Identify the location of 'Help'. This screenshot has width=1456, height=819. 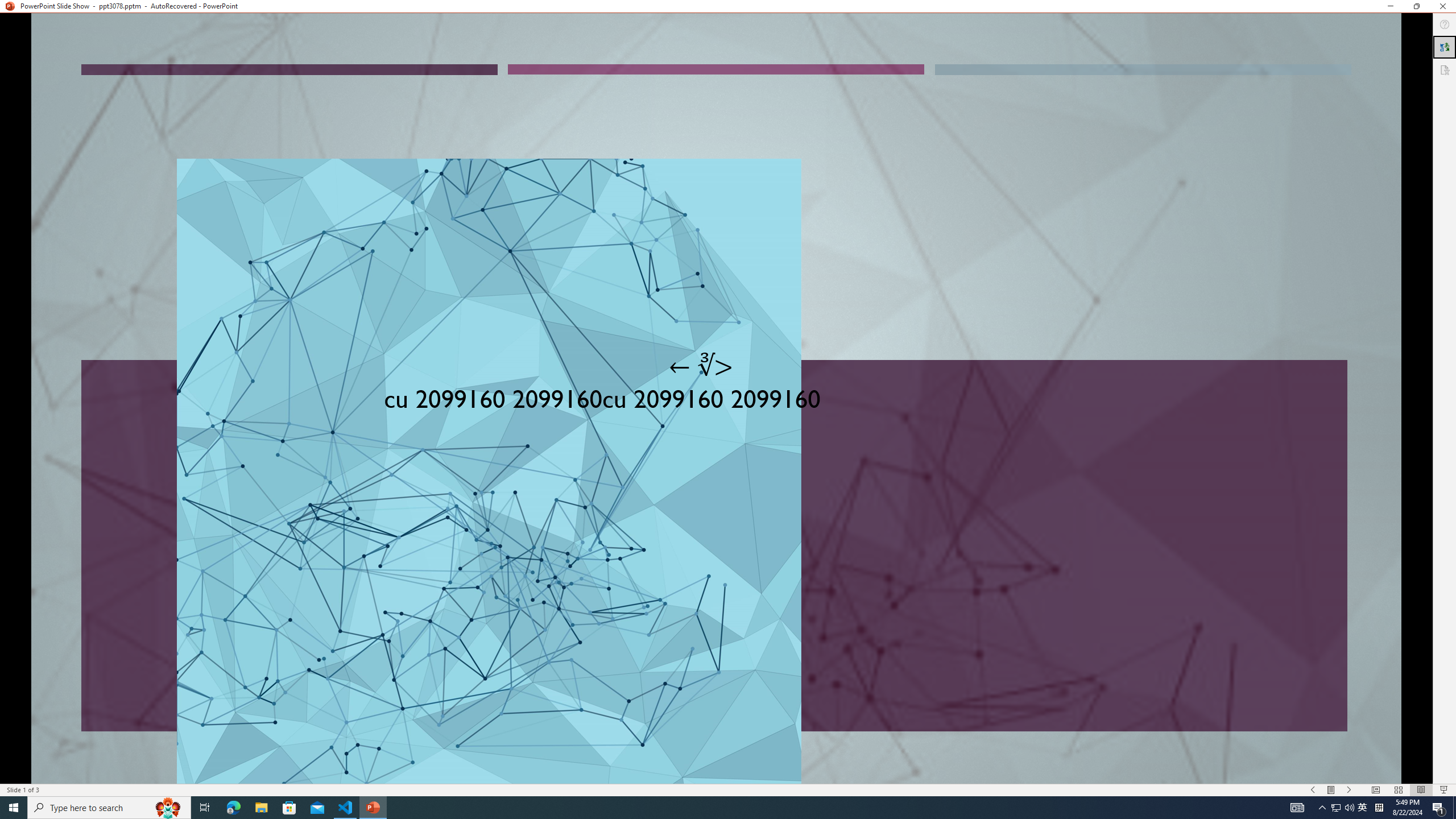
(1444, 24).